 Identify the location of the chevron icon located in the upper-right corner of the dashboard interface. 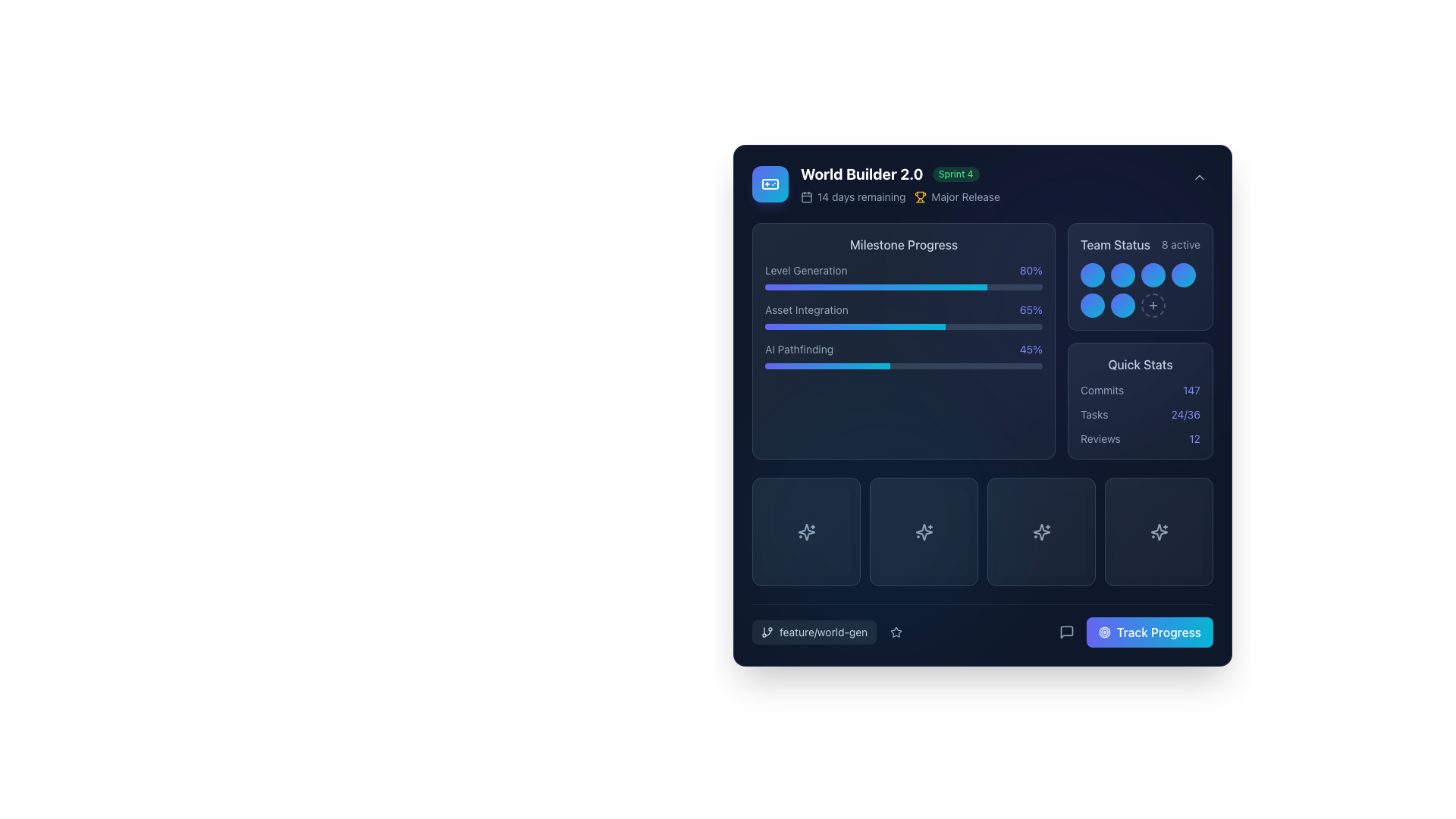
(1199, 177).